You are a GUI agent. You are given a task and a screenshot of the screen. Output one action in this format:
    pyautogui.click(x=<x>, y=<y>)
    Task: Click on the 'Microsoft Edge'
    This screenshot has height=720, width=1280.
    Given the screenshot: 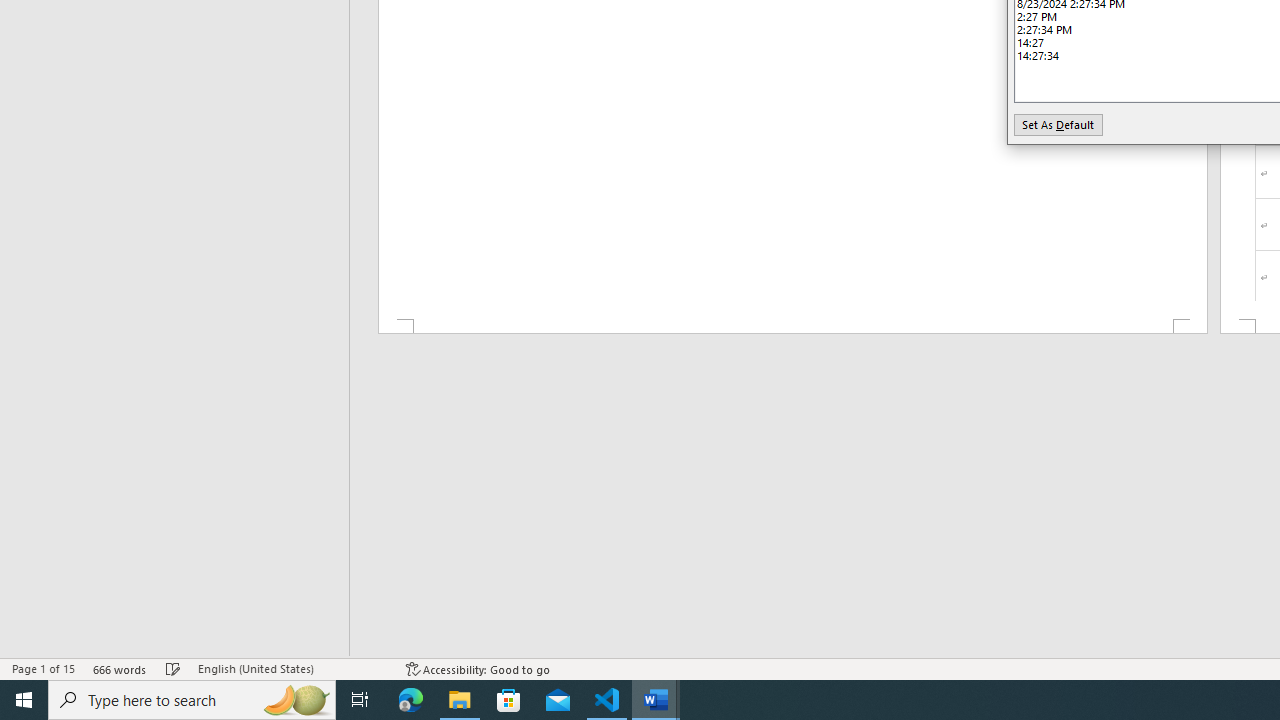 What is the action you would take?
    pyautogui.click(x=410, y=698)
    